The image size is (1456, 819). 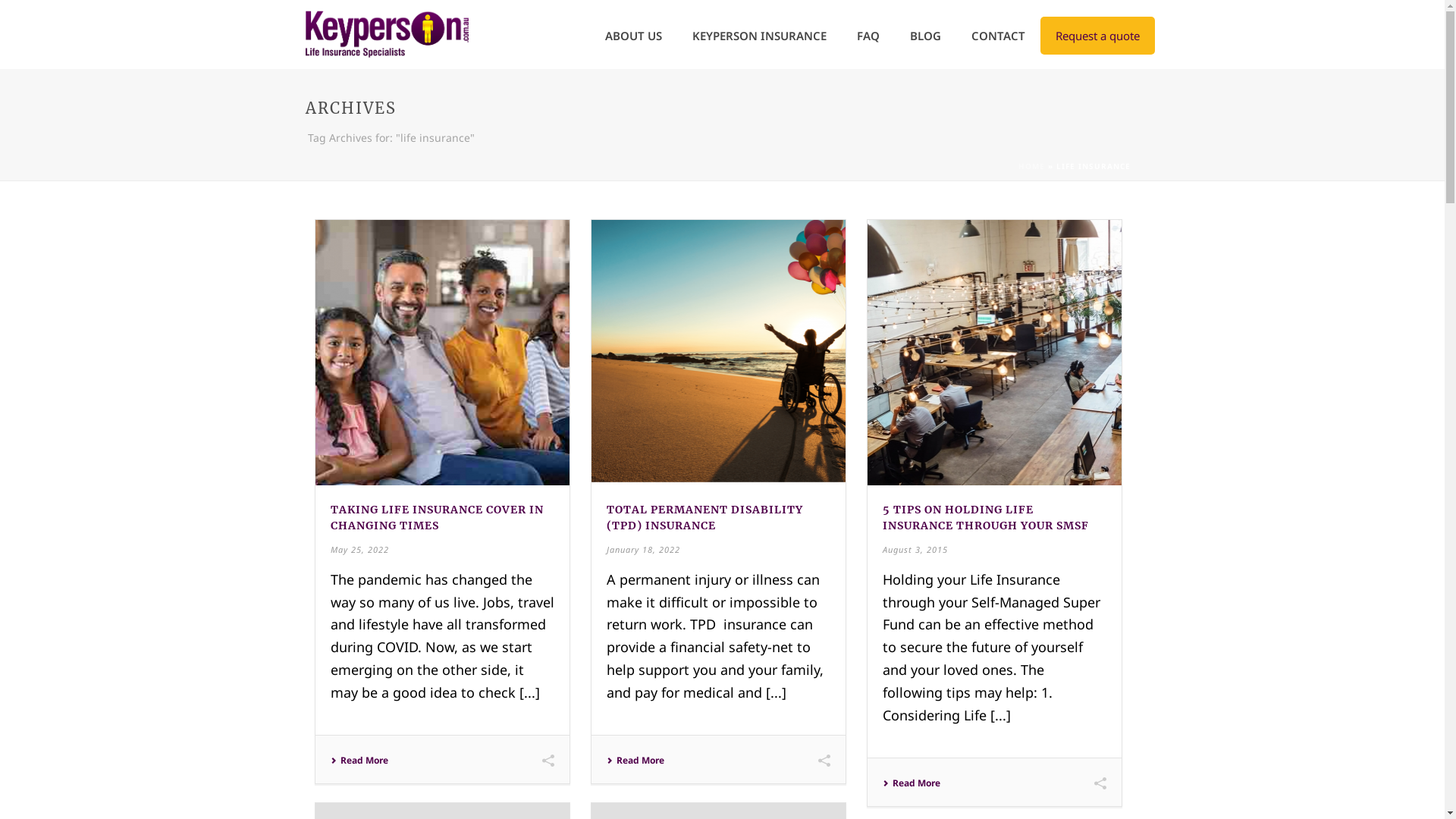 What do you see at coordinates (868, 34) in the screenshot?
I see `'FAQ'` at bounding box center [868, 34].